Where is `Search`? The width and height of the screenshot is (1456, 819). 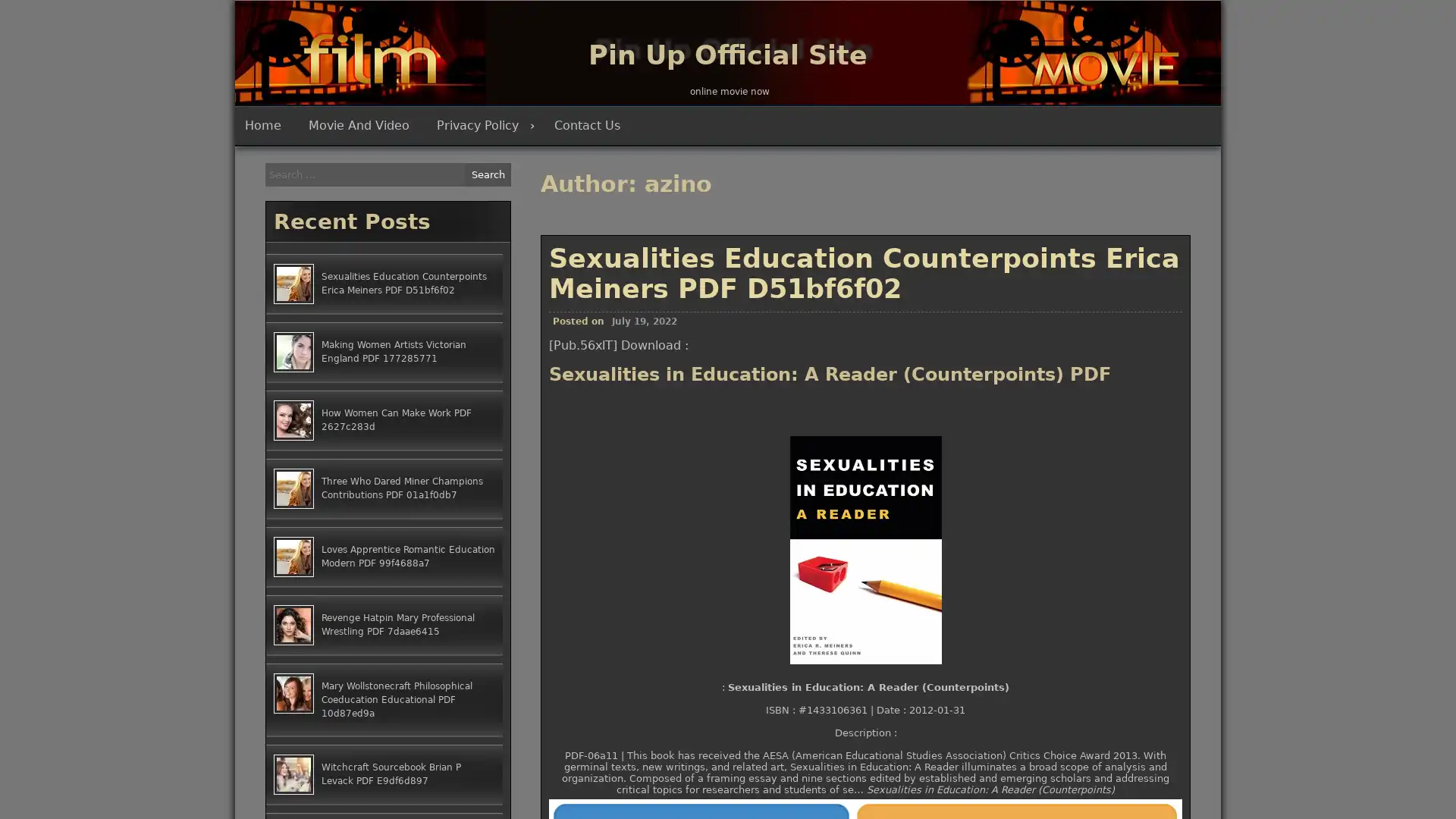
Search is located at coordinates (488, 174).